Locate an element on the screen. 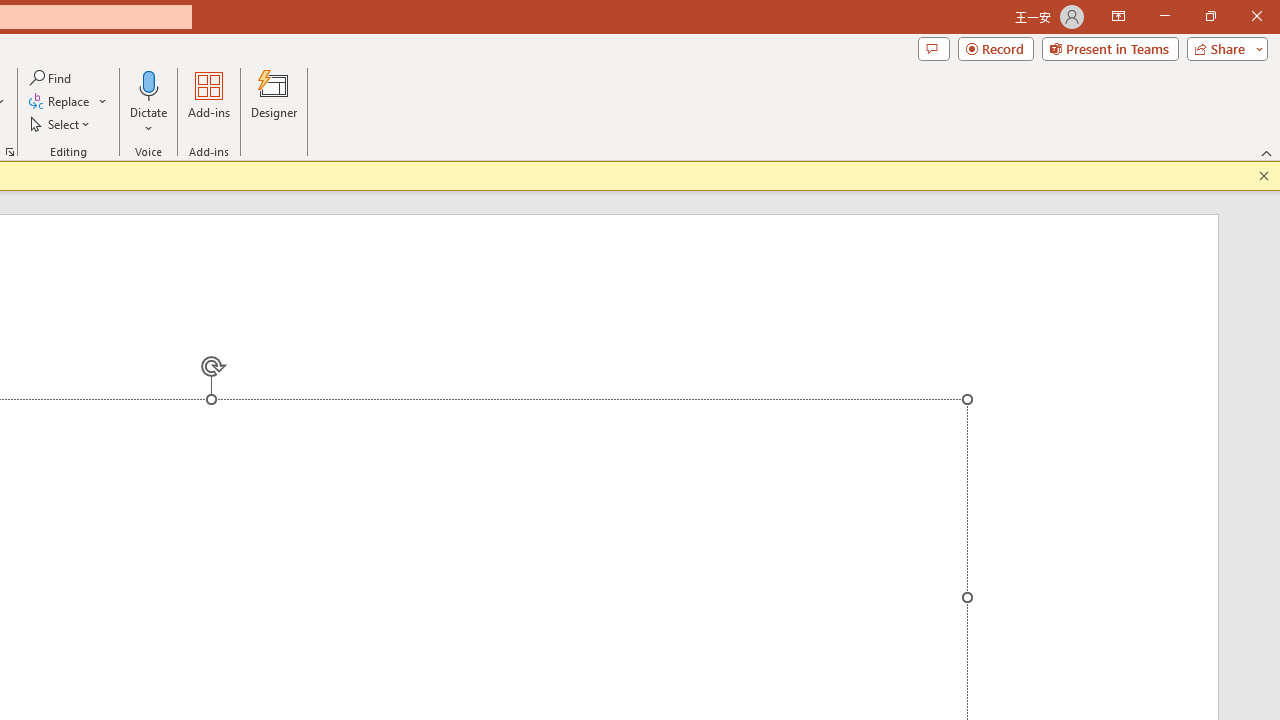 The width and height of the screenshot is (1280, 720). 'Share' is located at coordinates (1222, 47).